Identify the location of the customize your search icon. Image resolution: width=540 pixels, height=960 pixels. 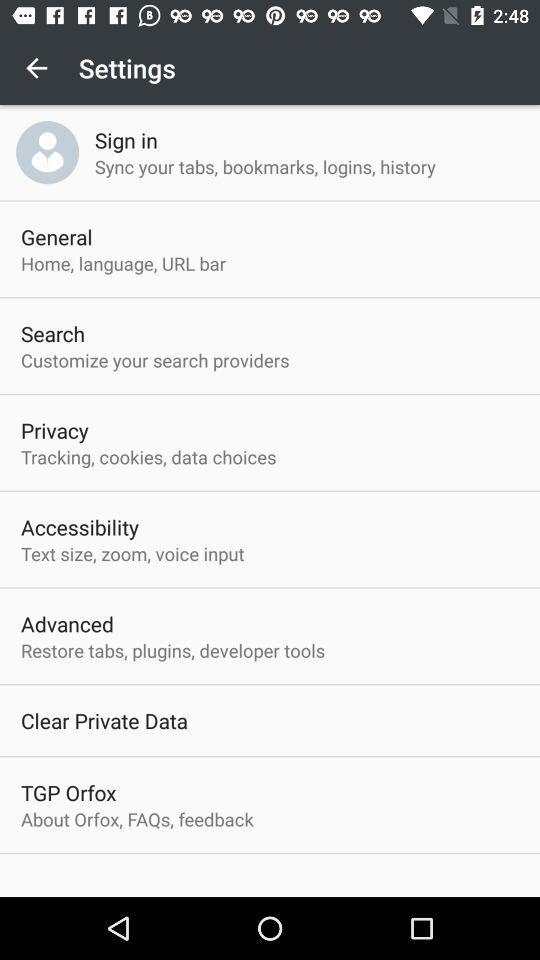
(154, 360).